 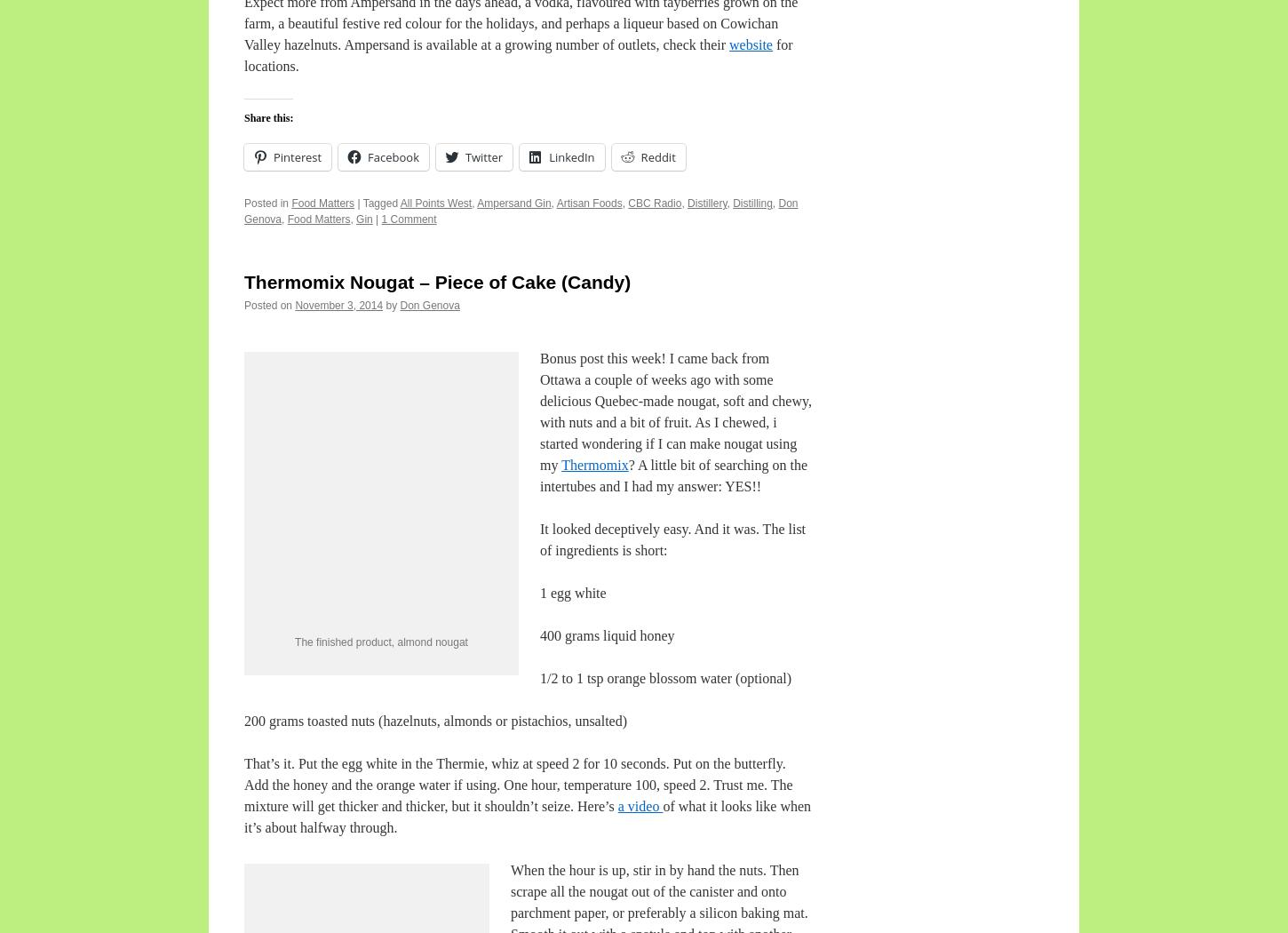 I want to click on '200 grams toasted nuts (hazelnuts, almonds or pistachios, unsalted)', so click(x=435, y=719).